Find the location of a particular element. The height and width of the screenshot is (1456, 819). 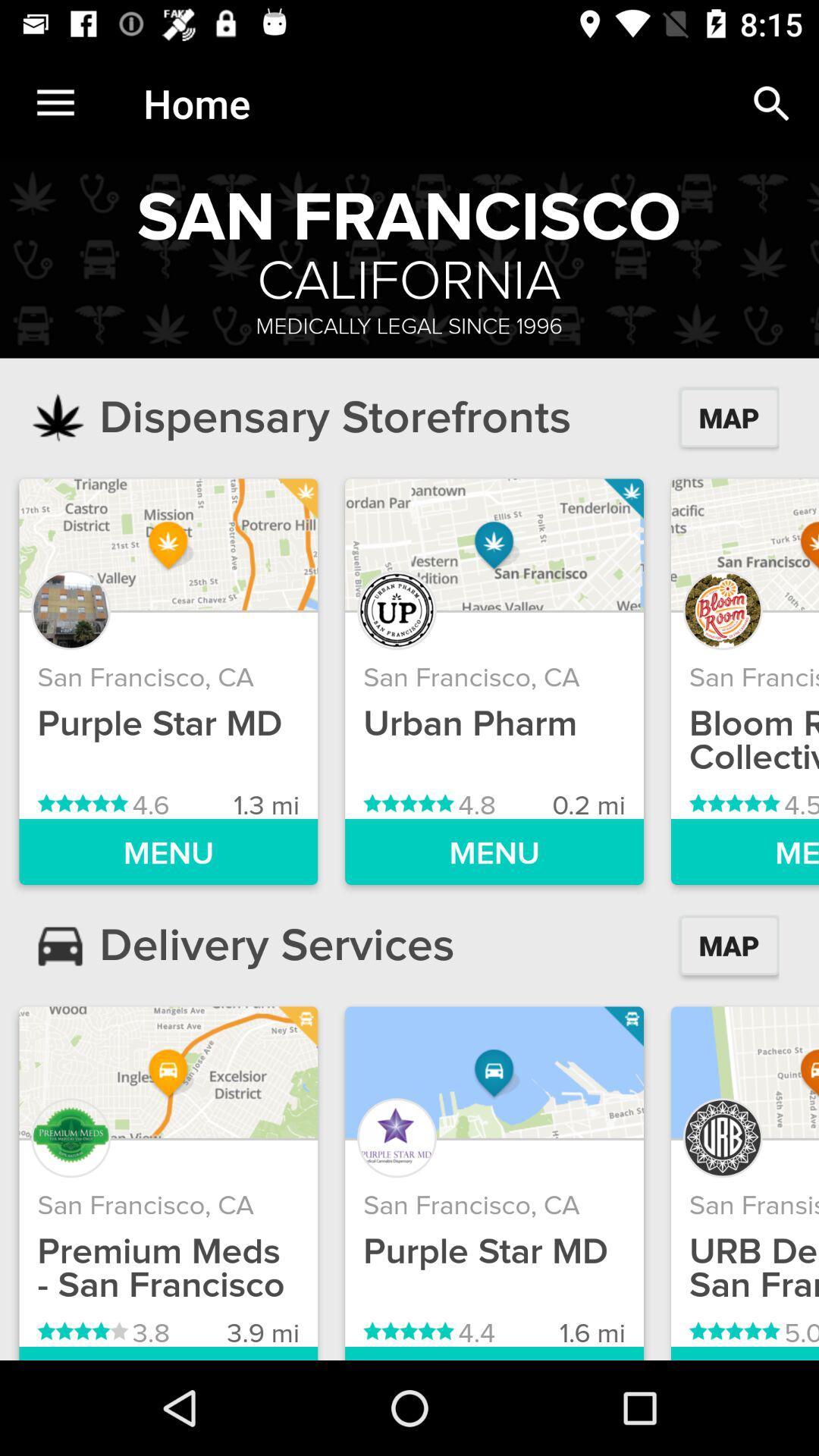

the icon next to the home item is located at coordinates (55, 102).